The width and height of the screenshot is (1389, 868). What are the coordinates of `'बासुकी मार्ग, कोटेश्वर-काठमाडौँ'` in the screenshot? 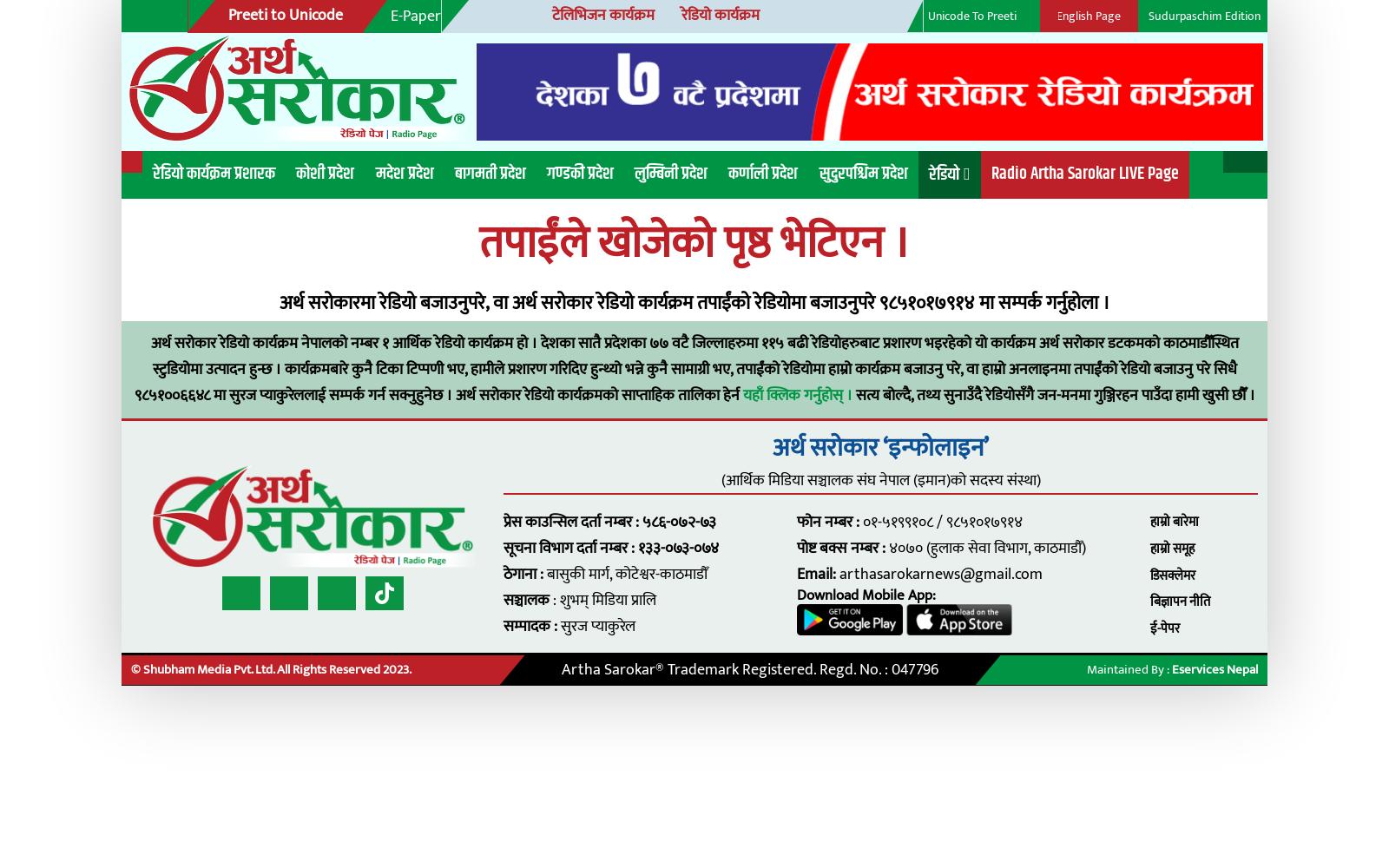 It's located at (492, 520).